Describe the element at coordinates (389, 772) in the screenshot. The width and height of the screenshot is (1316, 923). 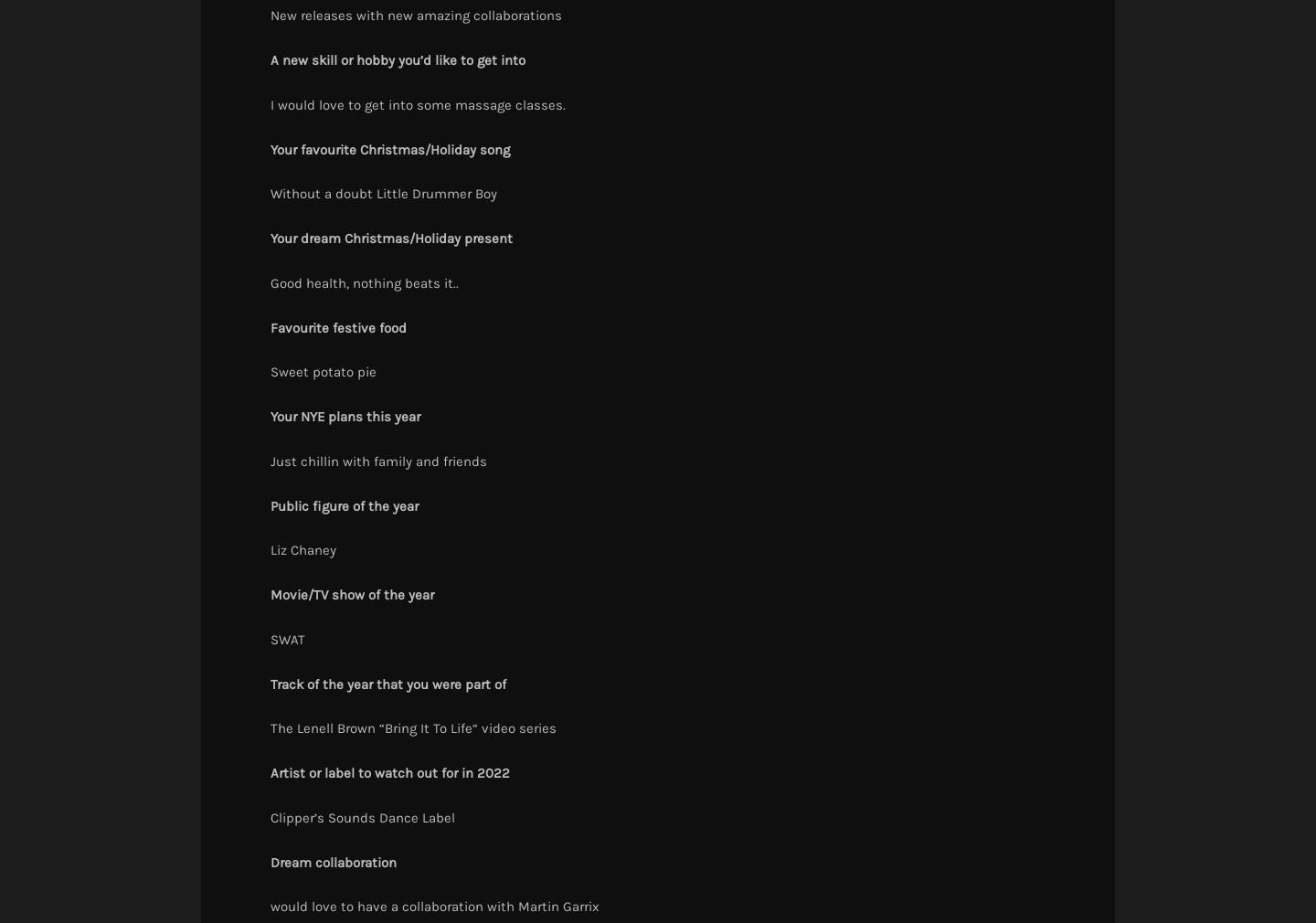
I see `'Artist or label to watch out for in 2022'` at that location.